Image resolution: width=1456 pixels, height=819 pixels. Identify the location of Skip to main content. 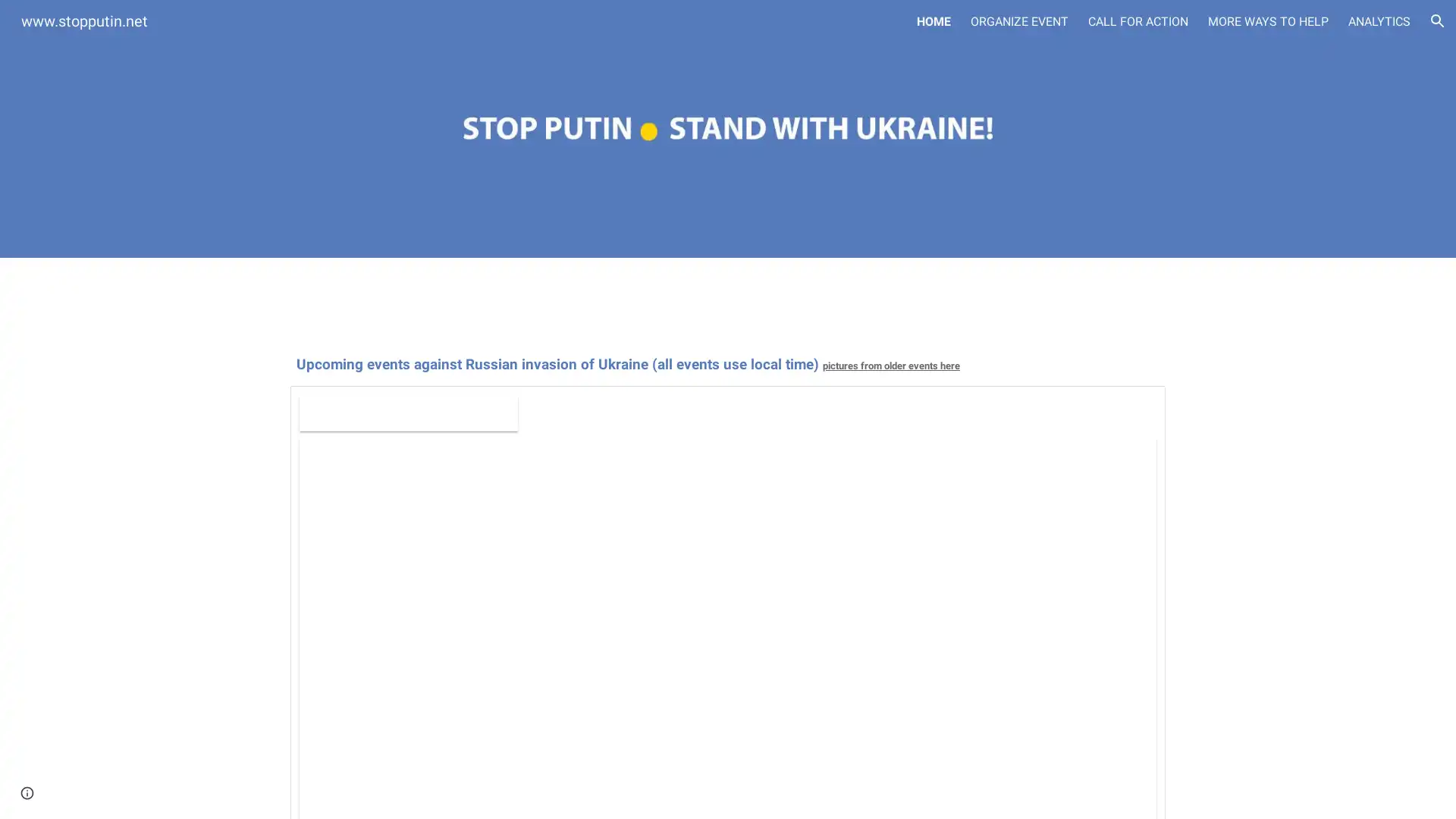
(597, 28).